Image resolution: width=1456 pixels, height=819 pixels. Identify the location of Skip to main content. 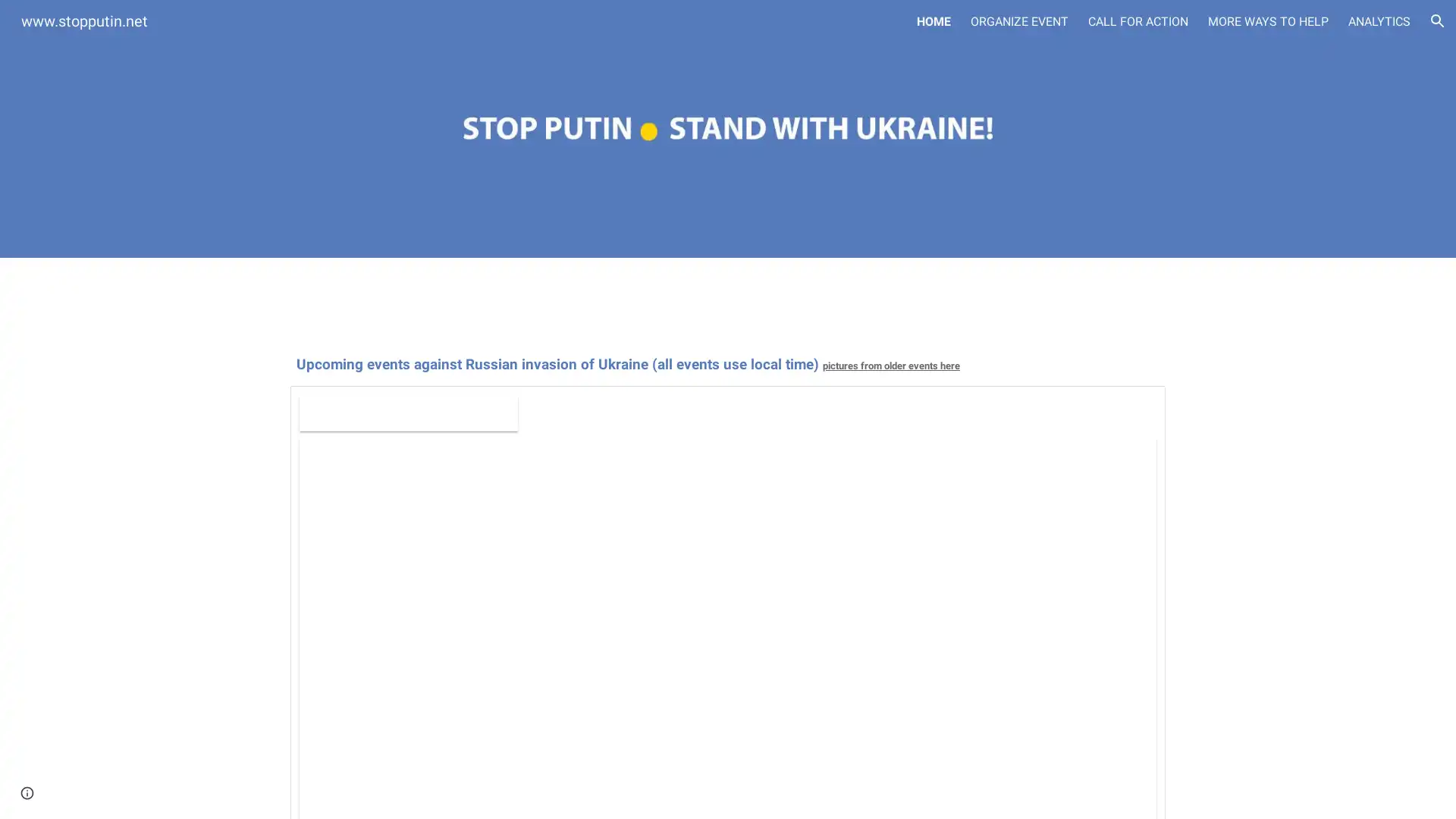
(597, 28).